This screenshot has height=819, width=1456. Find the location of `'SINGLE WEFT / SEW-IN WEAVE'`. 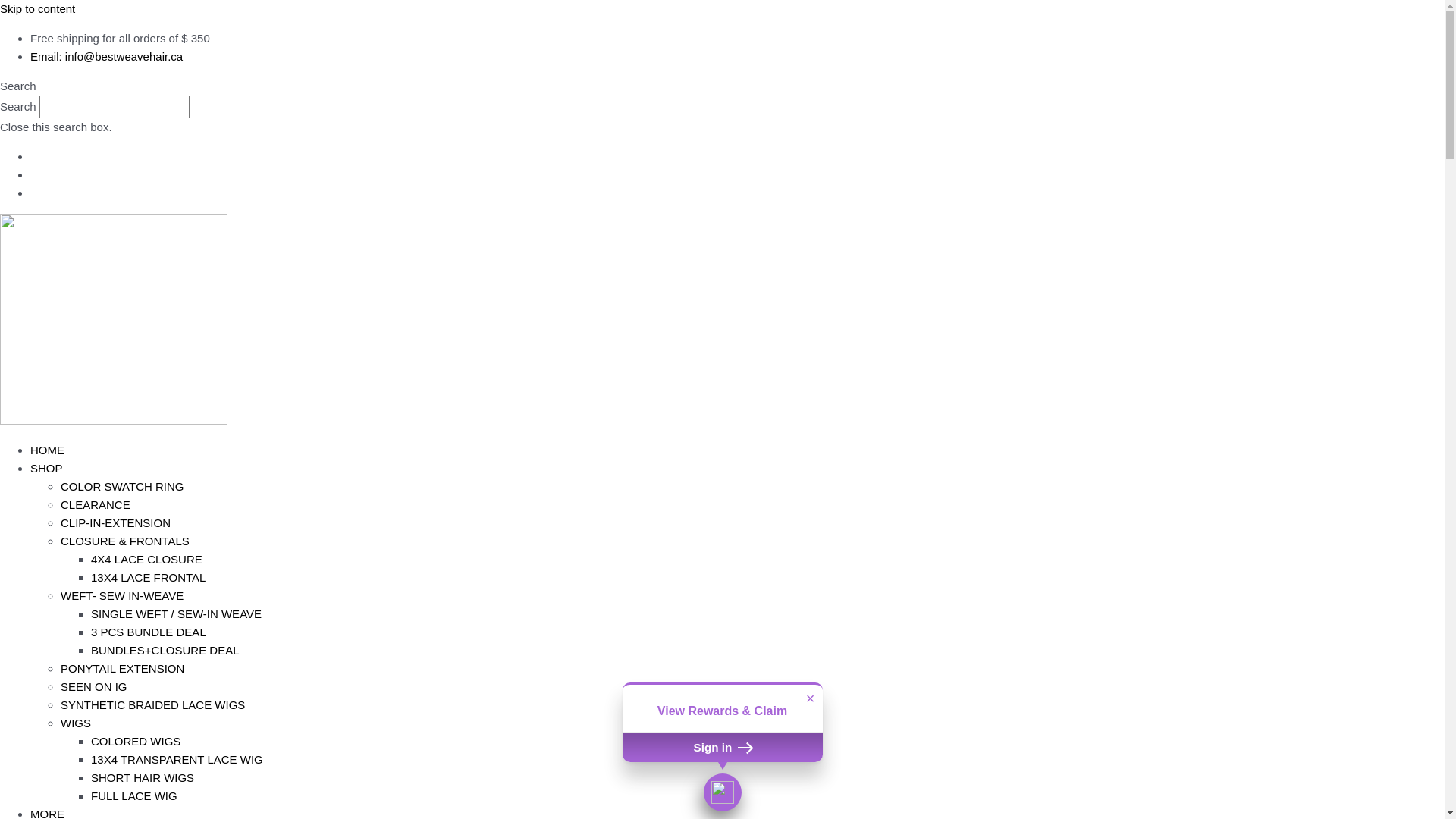

'SINGLE WEFT / SEW-IN WEAVE' is located at coordinates (176, 613).